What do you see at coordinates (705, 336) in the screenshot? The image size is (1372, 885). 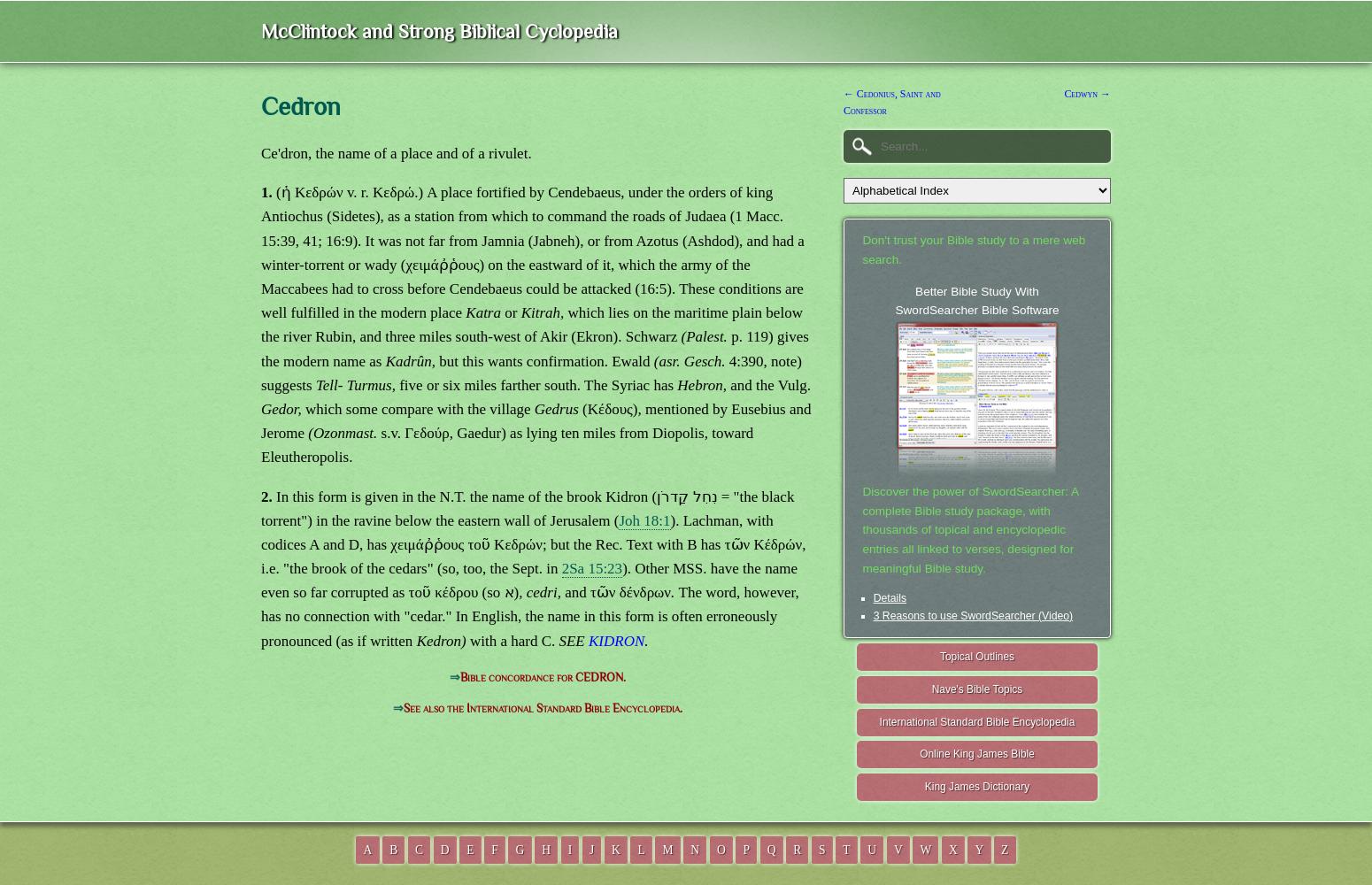 I see `'(Palest.'` at bounding box center [705, 336].